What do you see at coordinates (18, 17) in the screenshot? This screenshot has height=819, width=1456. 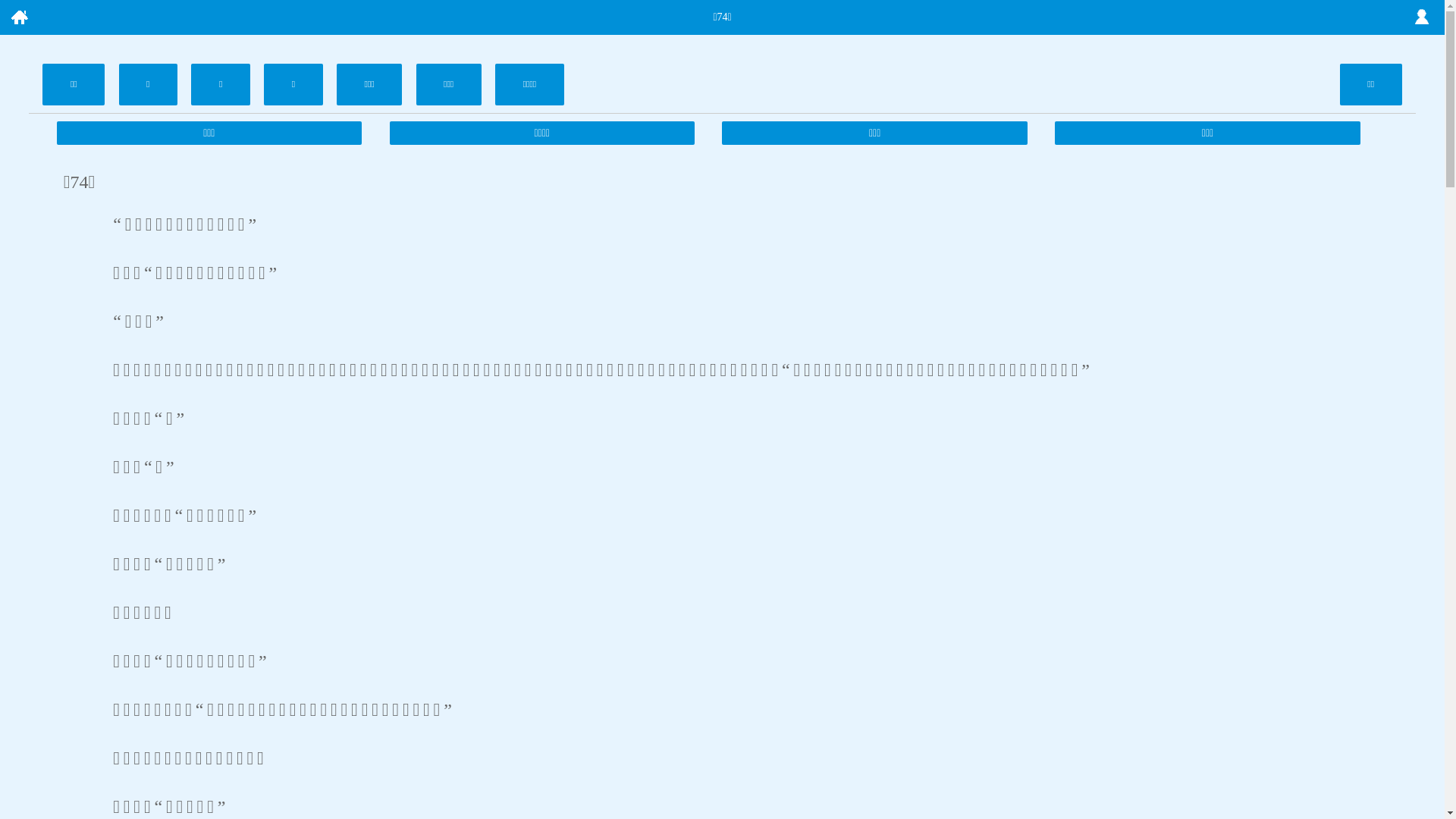 I see `' '` at bounding box center [18, 17].